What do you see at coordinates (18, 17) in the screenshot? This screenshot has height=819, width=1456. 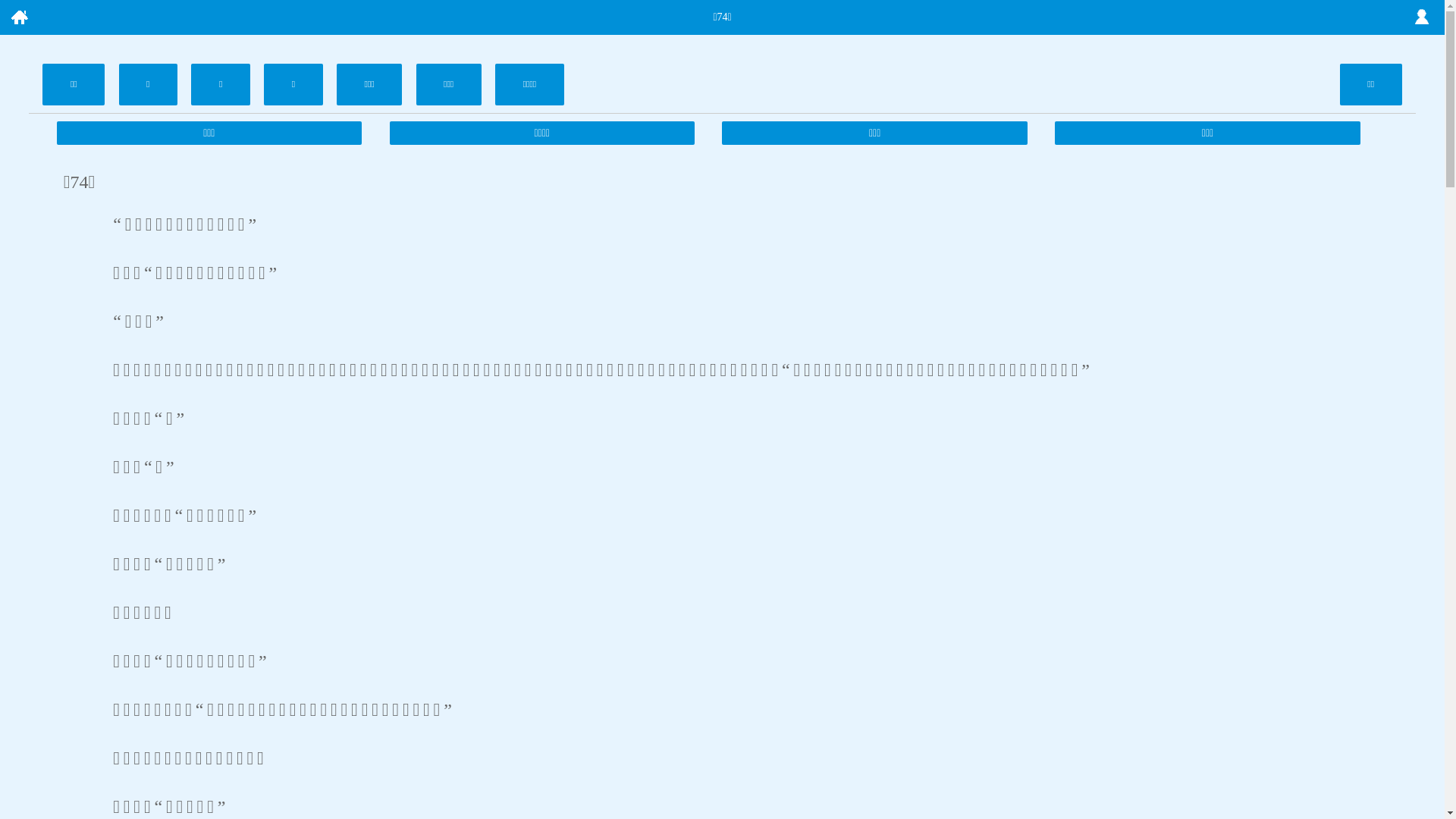 I see `' '` at bounding box center [18, 17].